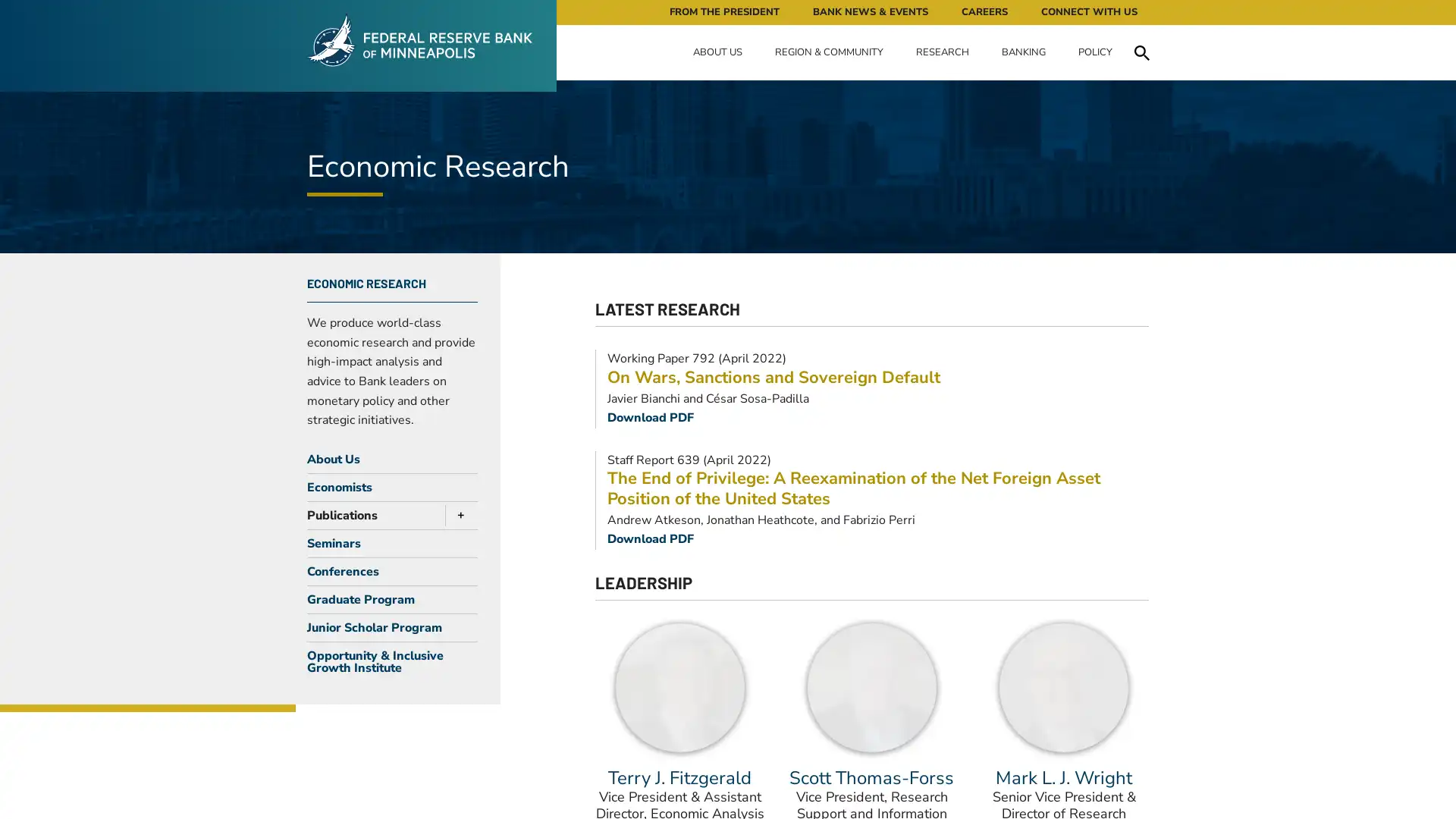  Describe the element at coordinates (457, 513) in the screenshot. I see `+ Expand Publications` at that location.